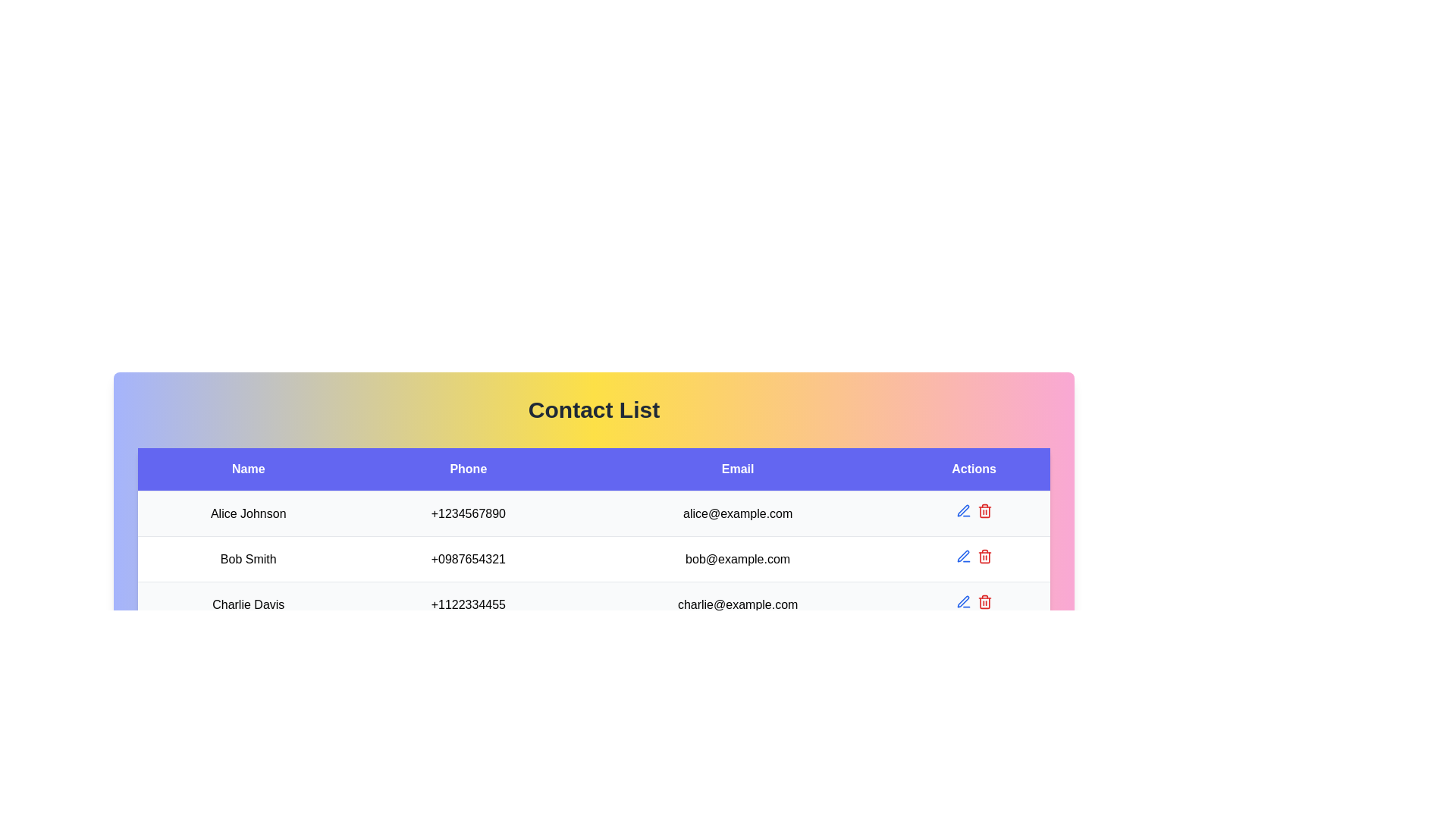  Describe the element at coordinates (738, 604) in the screenshot. I see `the email address 'charlie@example.com' located in the 'Email' column of the table under the 'Contact List' section, specifically in the row for 'Charlie Davis'` at that location.